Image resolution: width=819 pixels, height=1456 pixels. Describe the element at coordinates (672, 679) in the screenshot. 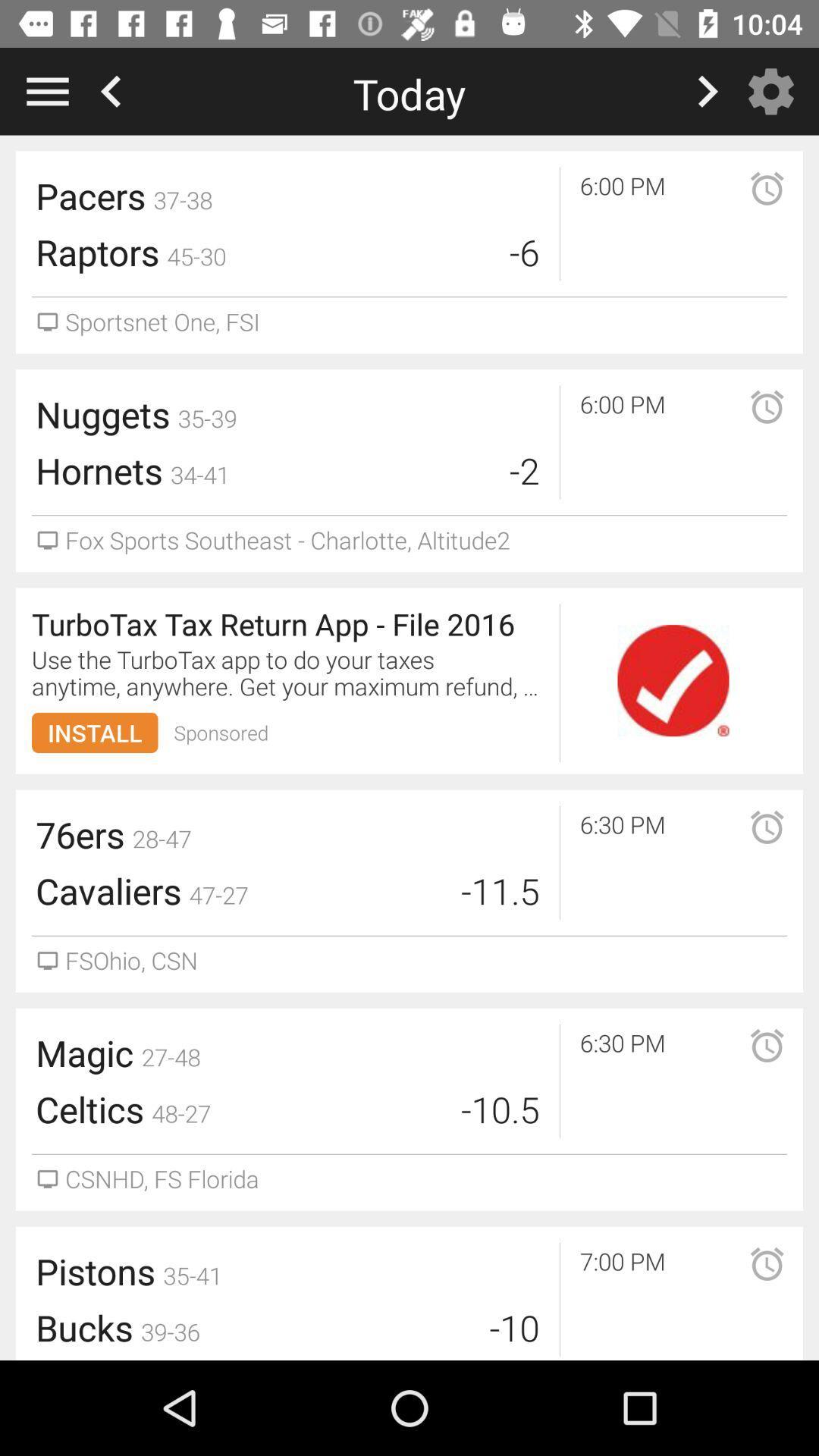

I see `the icon above the 6:30 pm item` at that location.